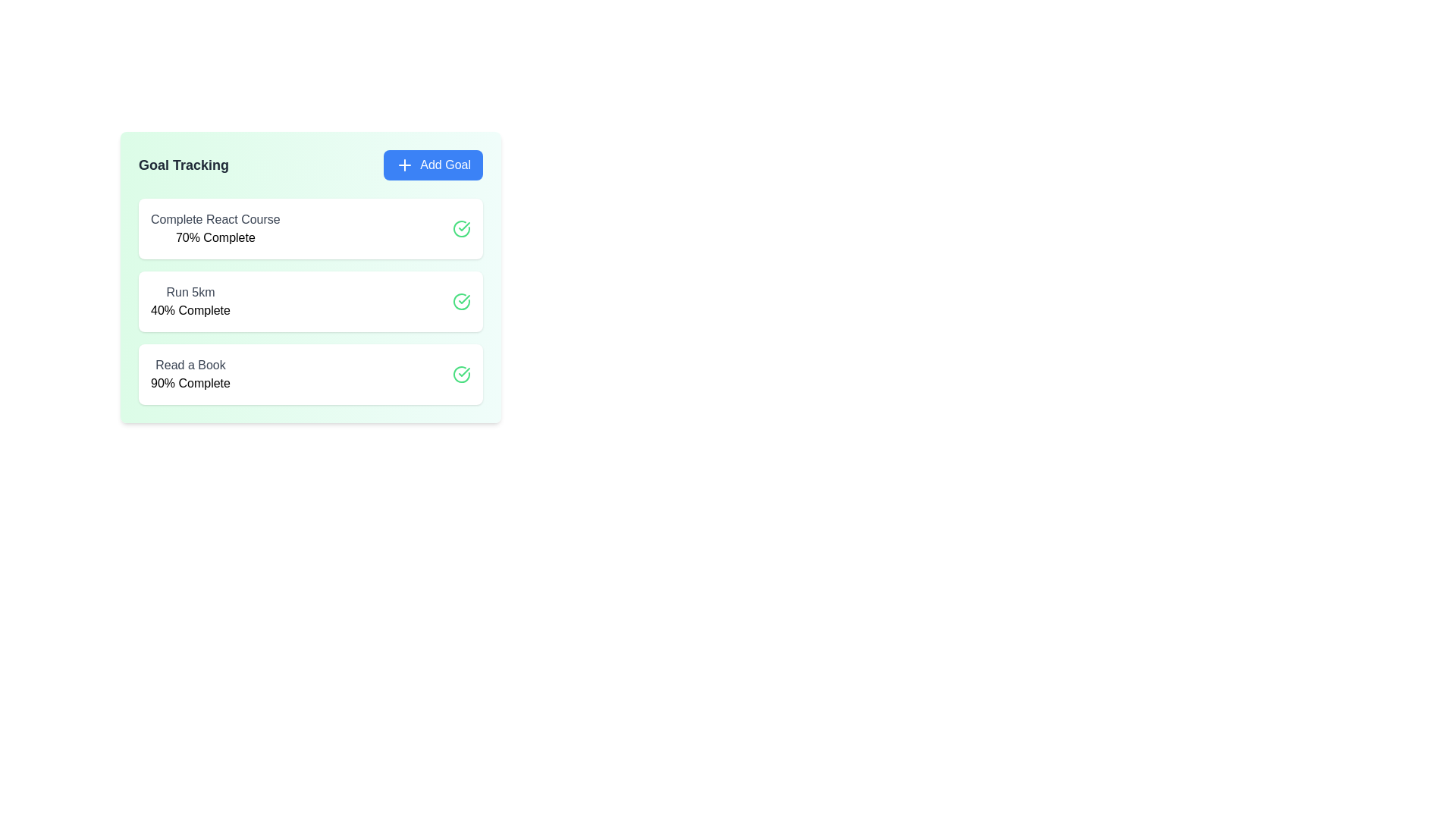 The image size is (1456, 819). Describe the element at coordinates (190, 374) in the screenshot. I see `the Text Display Block that shows 'Read a Book' and '90% Complete', located in the third card from the top in the vertically stacked list of cards` at that location.